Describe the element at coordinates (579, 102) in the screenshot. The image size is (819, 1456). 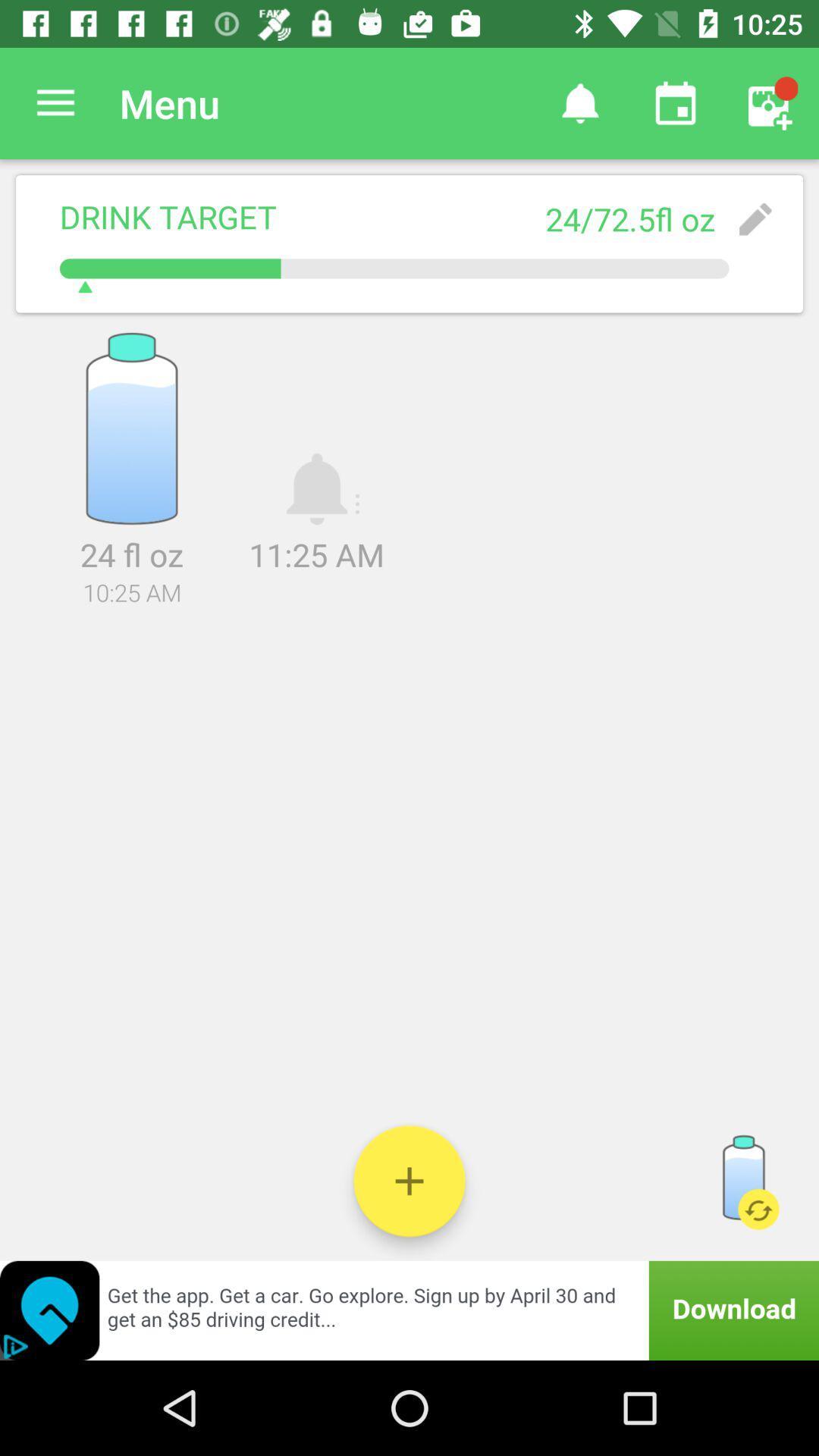
I see `item above the 24 72 5fl icon` at that location.